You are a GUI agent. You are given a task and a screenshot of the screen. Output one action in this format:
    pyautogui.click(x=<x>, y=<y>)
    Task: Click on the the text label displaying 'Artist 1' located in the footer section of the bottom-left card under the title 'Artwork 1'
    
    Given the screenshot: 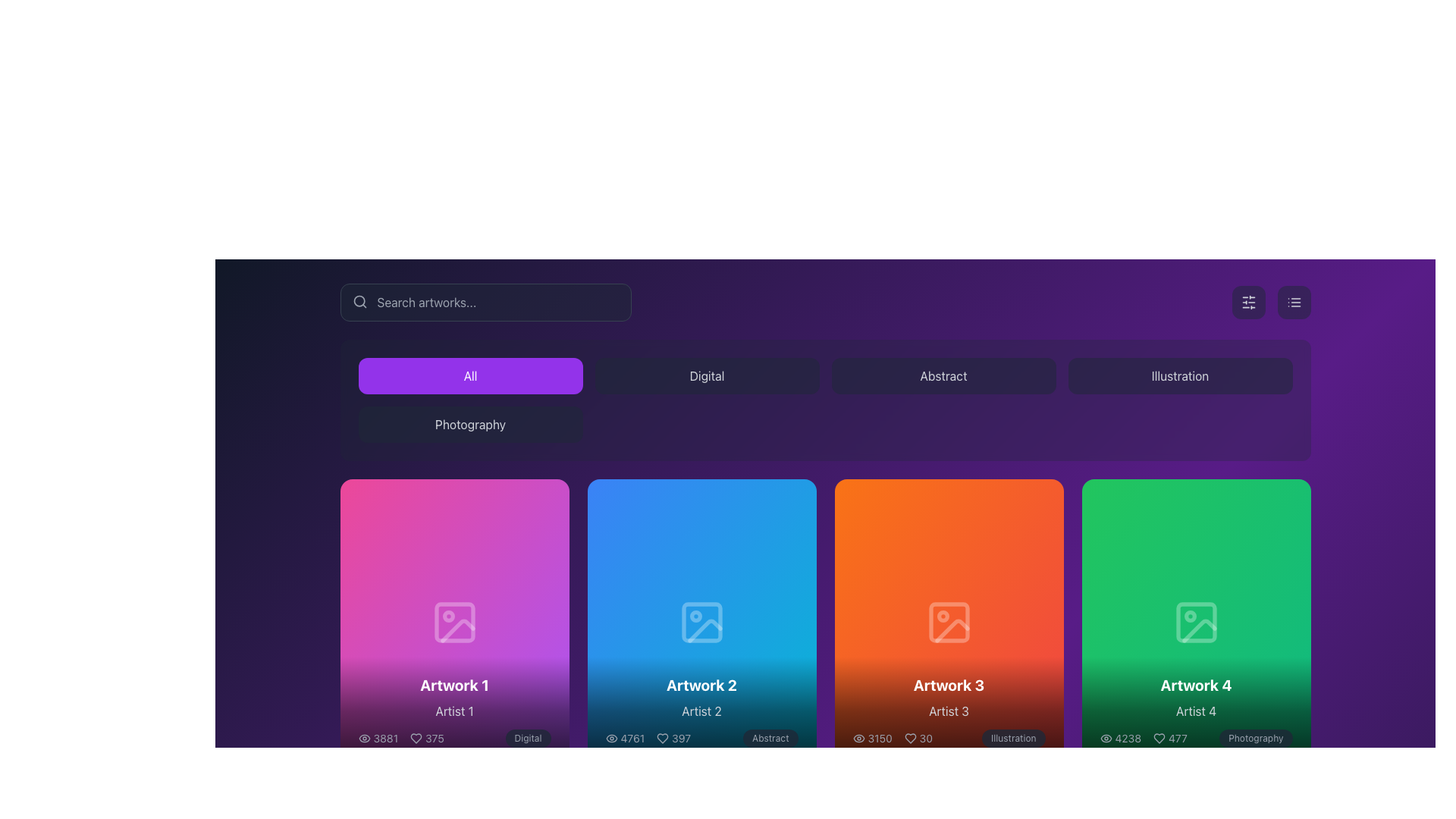 What is the action you would take?
    pyautogui.click(x=453, y=711)
    